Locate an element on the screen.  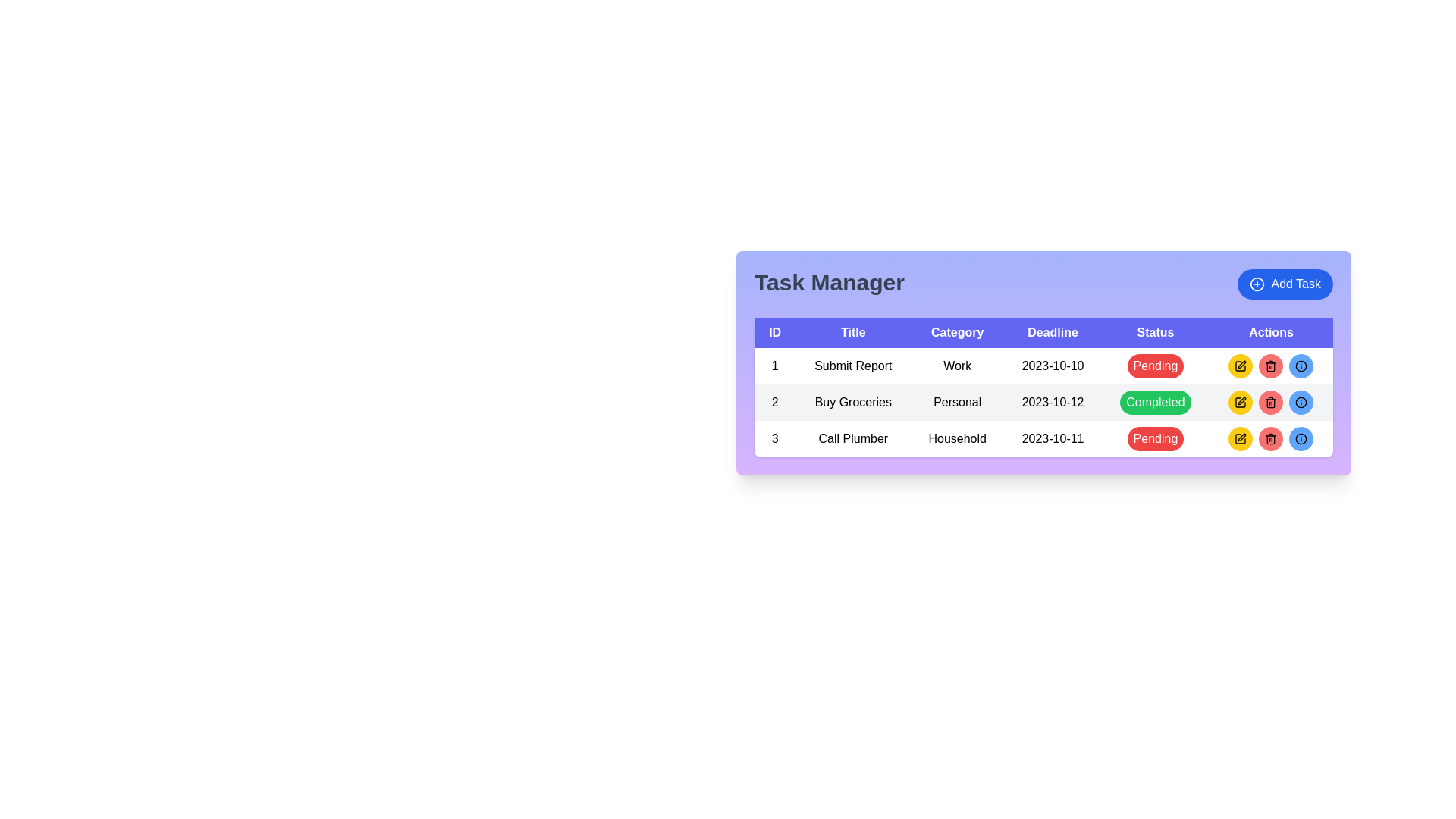
the 'Actions' header cell in the table, which is styled with a white font on a solid blue background and is the last column header in the row is located at coordinates (1271, 332).